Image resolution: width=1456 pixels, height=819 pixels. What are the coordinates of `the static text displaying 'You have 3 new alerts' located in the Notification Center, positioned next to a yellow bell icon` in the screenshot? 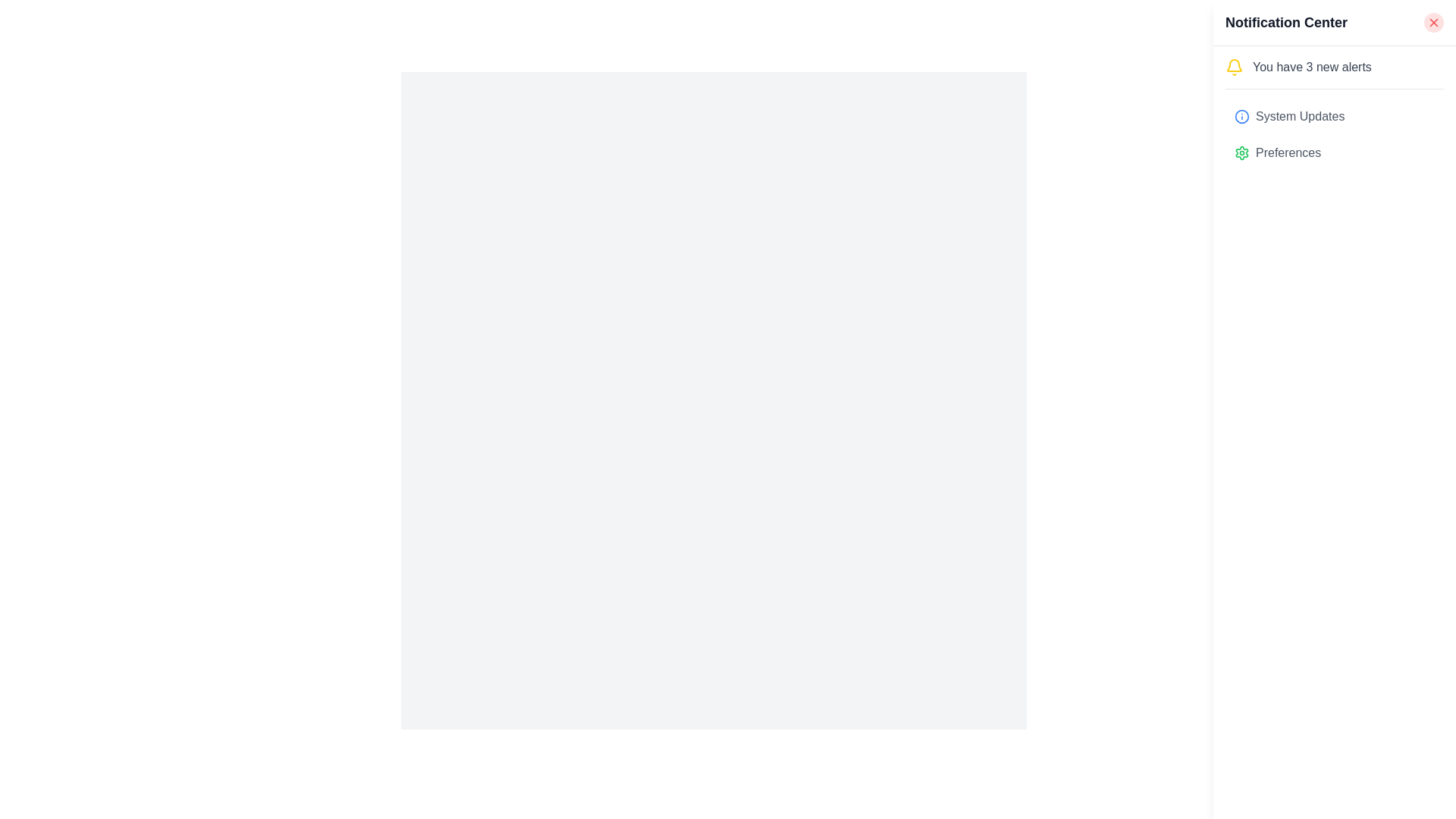 It's located at (1311, 66).